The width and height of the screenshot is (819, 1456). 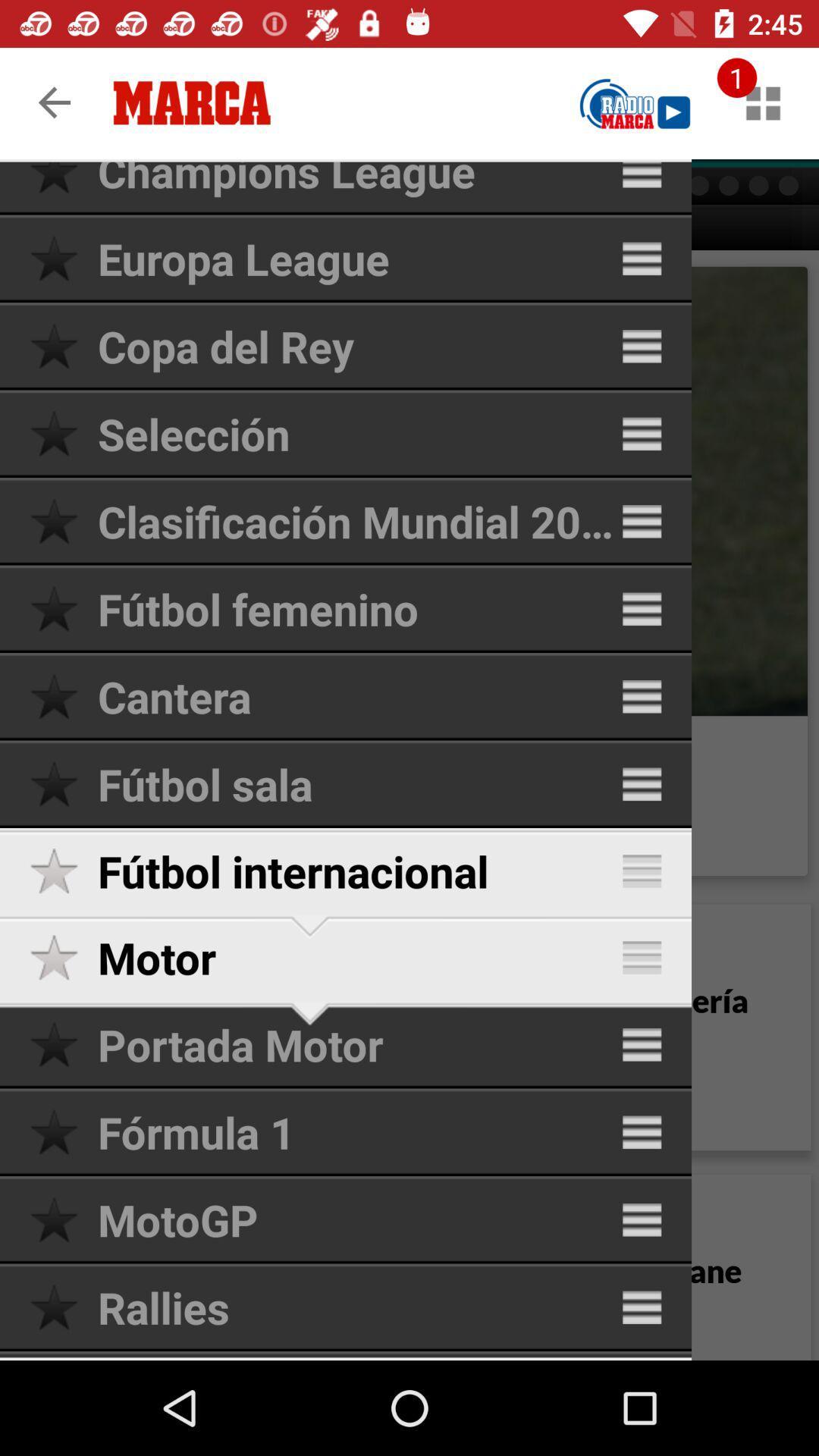 I want to click on the menu button which is to the right of the futbol femenino, so click(x=642, y=609).